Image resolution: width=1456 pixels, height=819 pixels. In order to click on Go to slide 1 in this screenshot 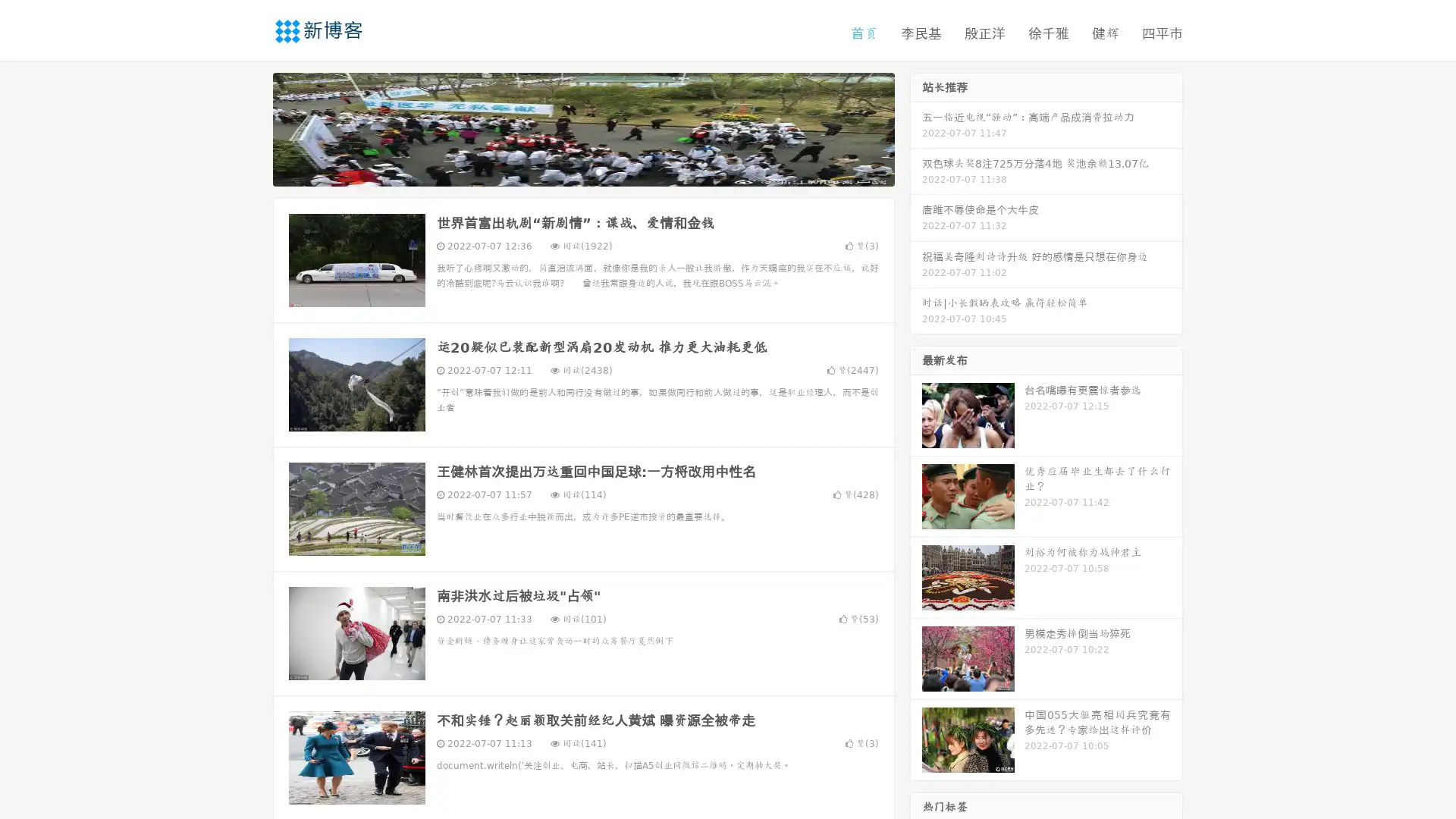, I will do `click(567, 171)`.